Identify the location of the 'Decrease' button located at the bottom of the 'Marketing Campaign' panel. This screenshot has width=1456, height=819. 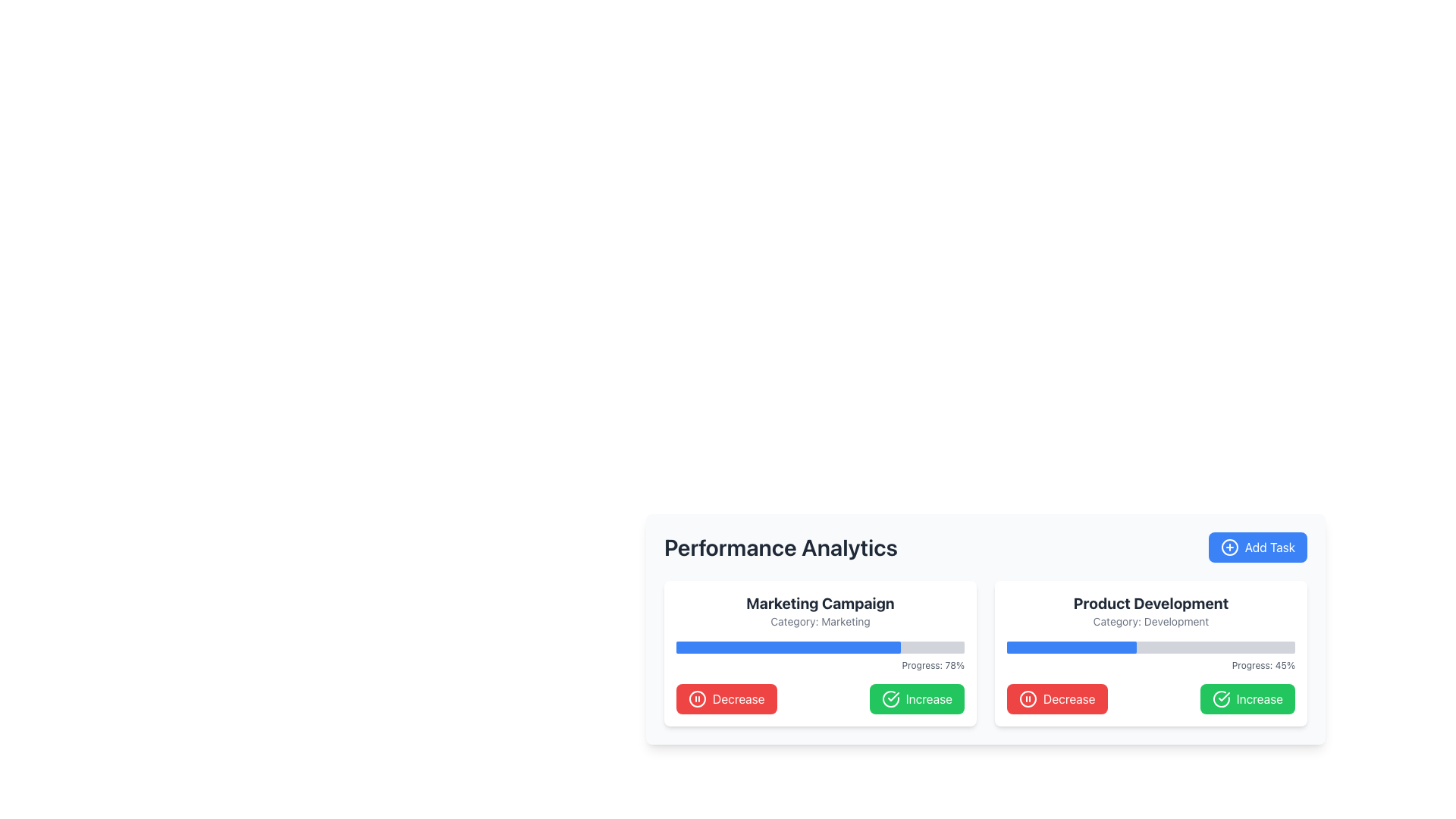
(819, 698).